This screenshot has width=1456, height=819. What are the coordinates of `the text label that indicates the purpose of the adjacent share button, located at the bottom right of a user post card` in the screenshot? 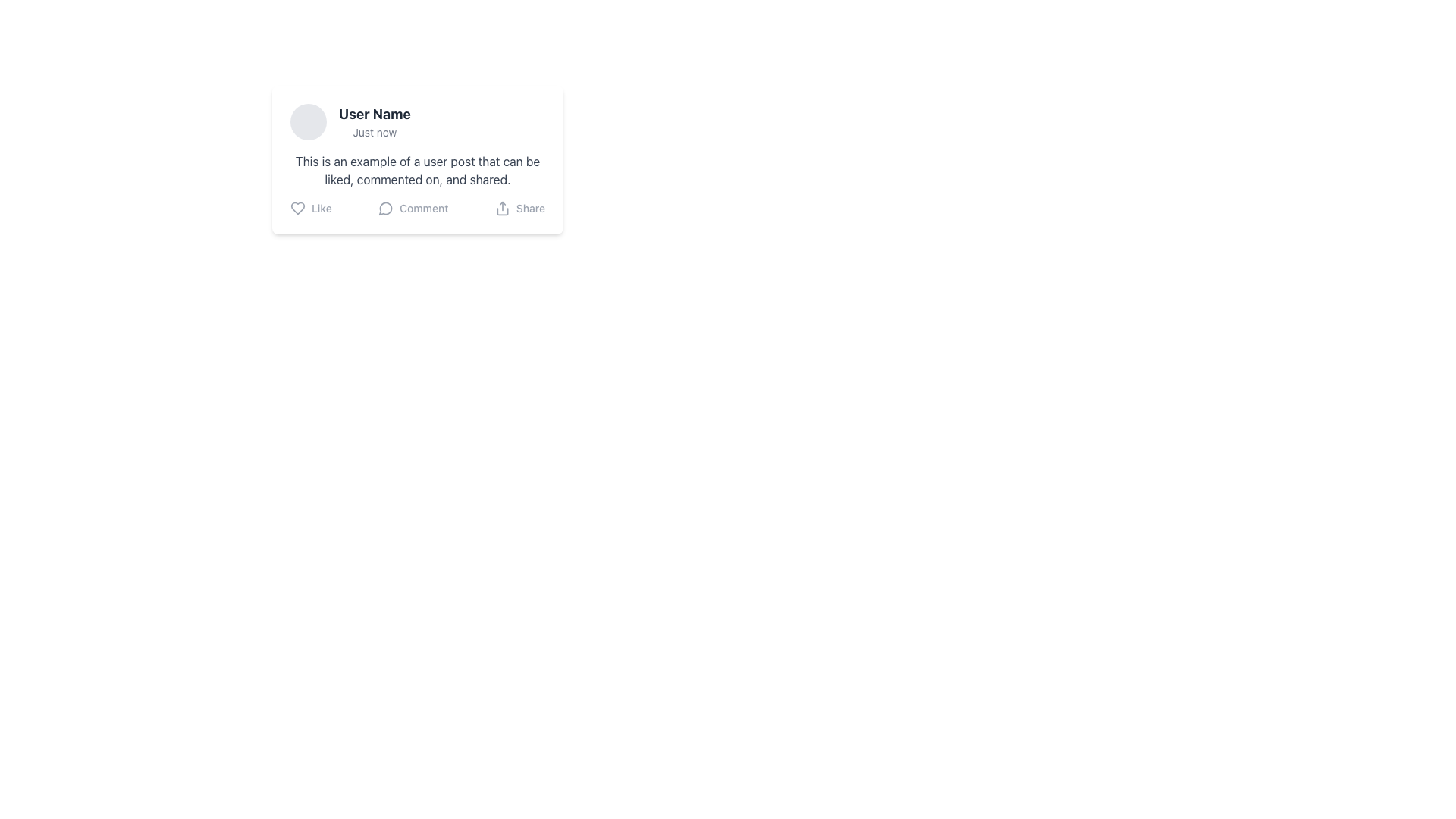 It's located at (530, 208).